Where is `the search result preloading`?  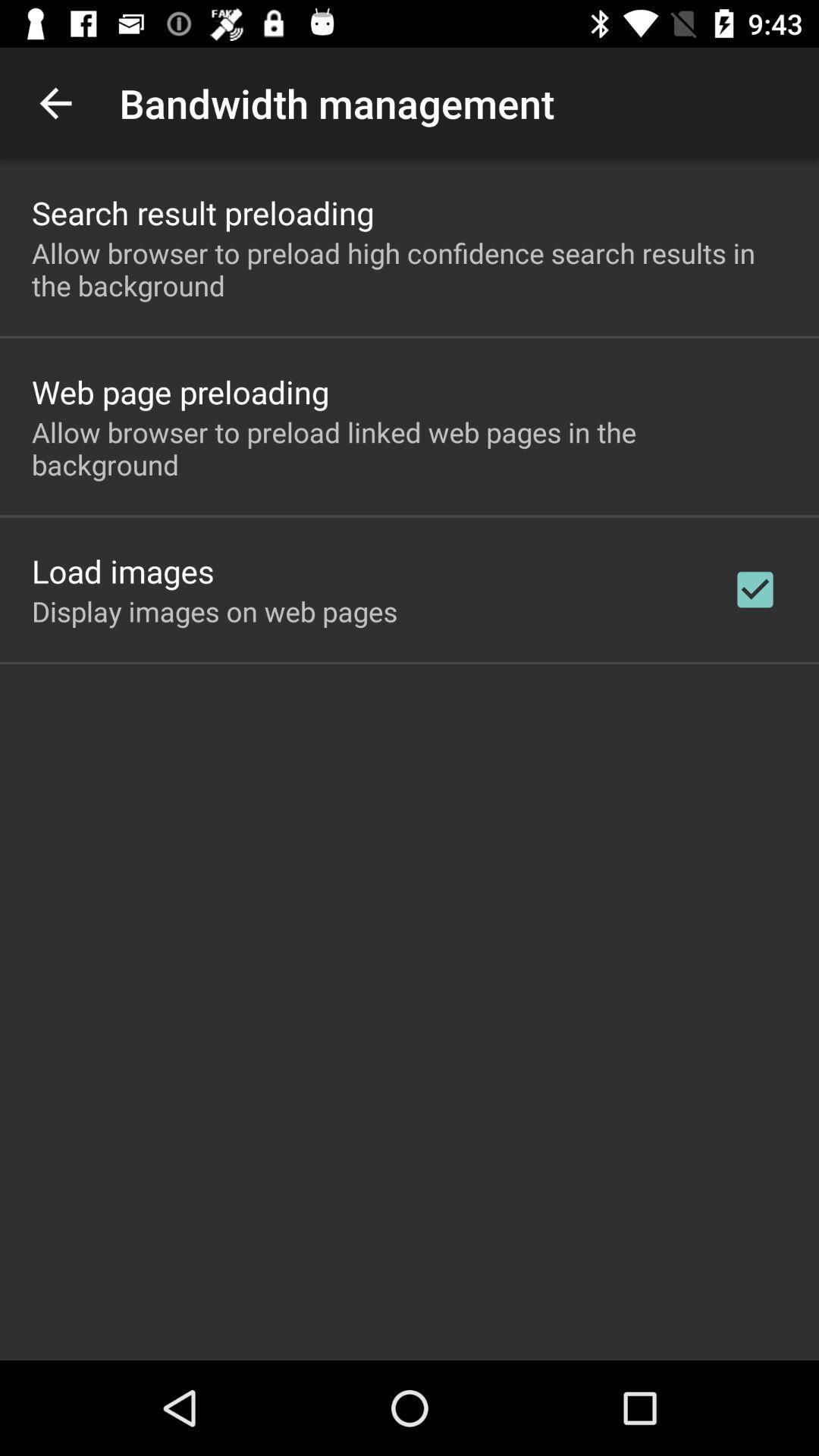
the search result preloading is located at coordinates (202, 212).